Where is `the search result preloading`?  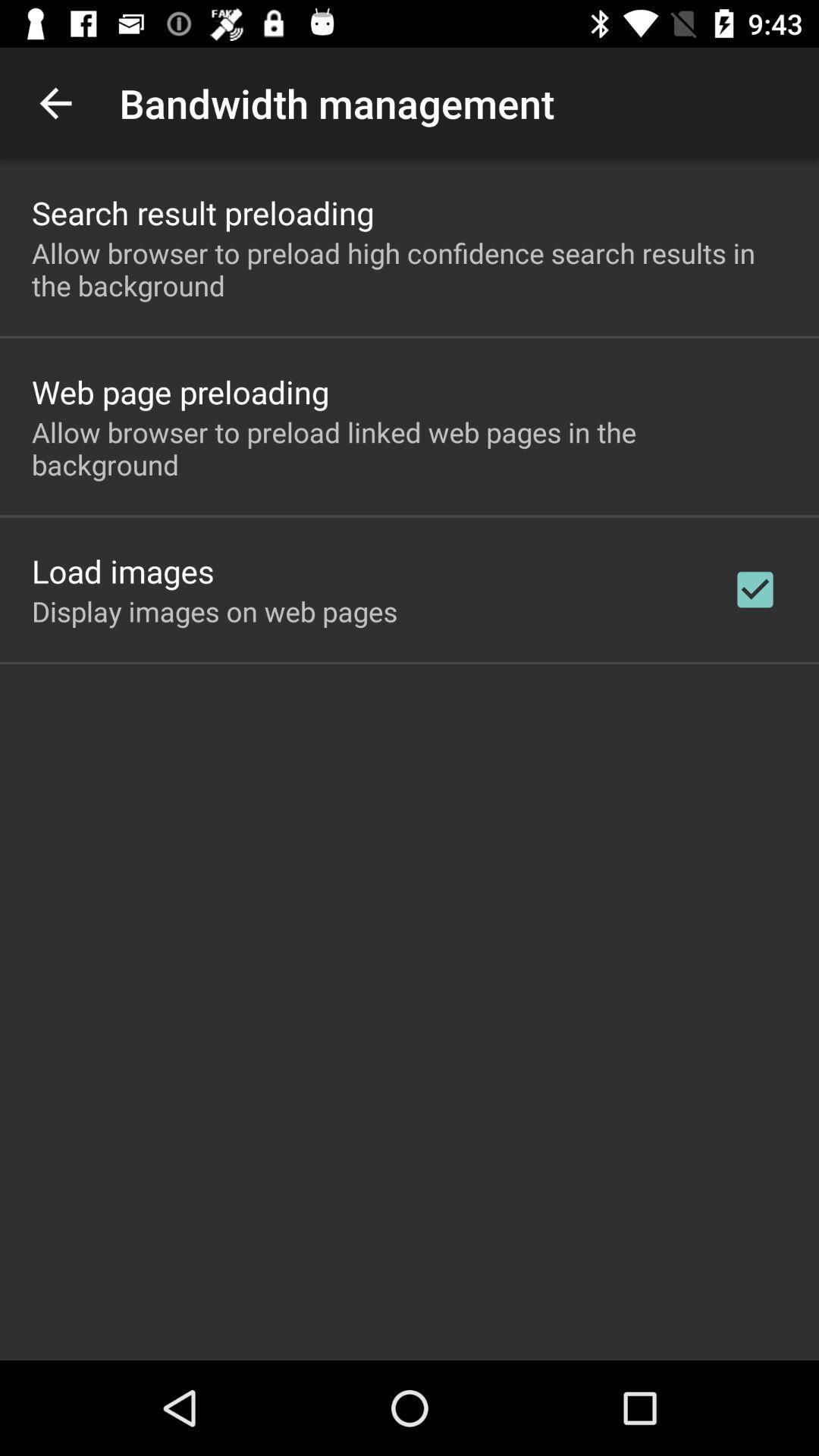
the search result preloading is located at coordinates (202, 212).